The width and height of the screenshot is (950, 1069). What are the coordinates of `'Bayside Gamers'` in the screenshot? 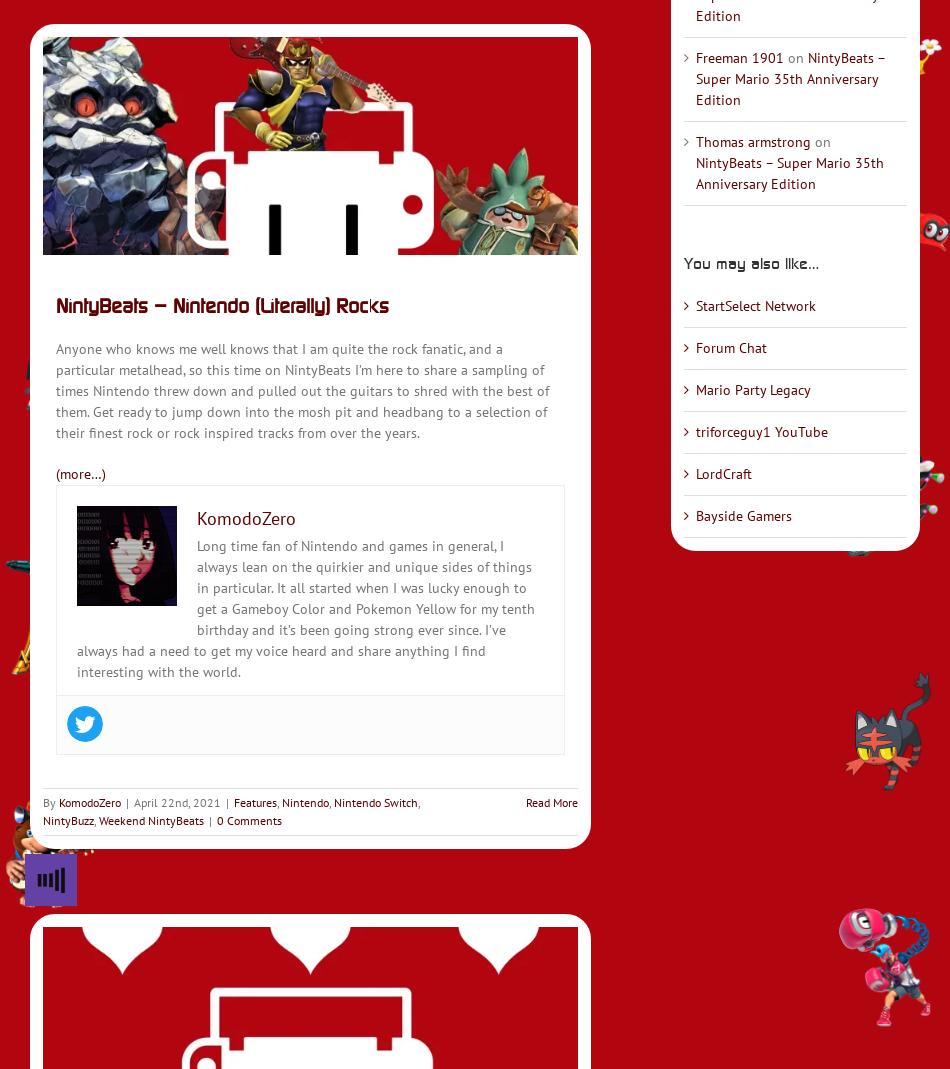 It's located at (741, 515).